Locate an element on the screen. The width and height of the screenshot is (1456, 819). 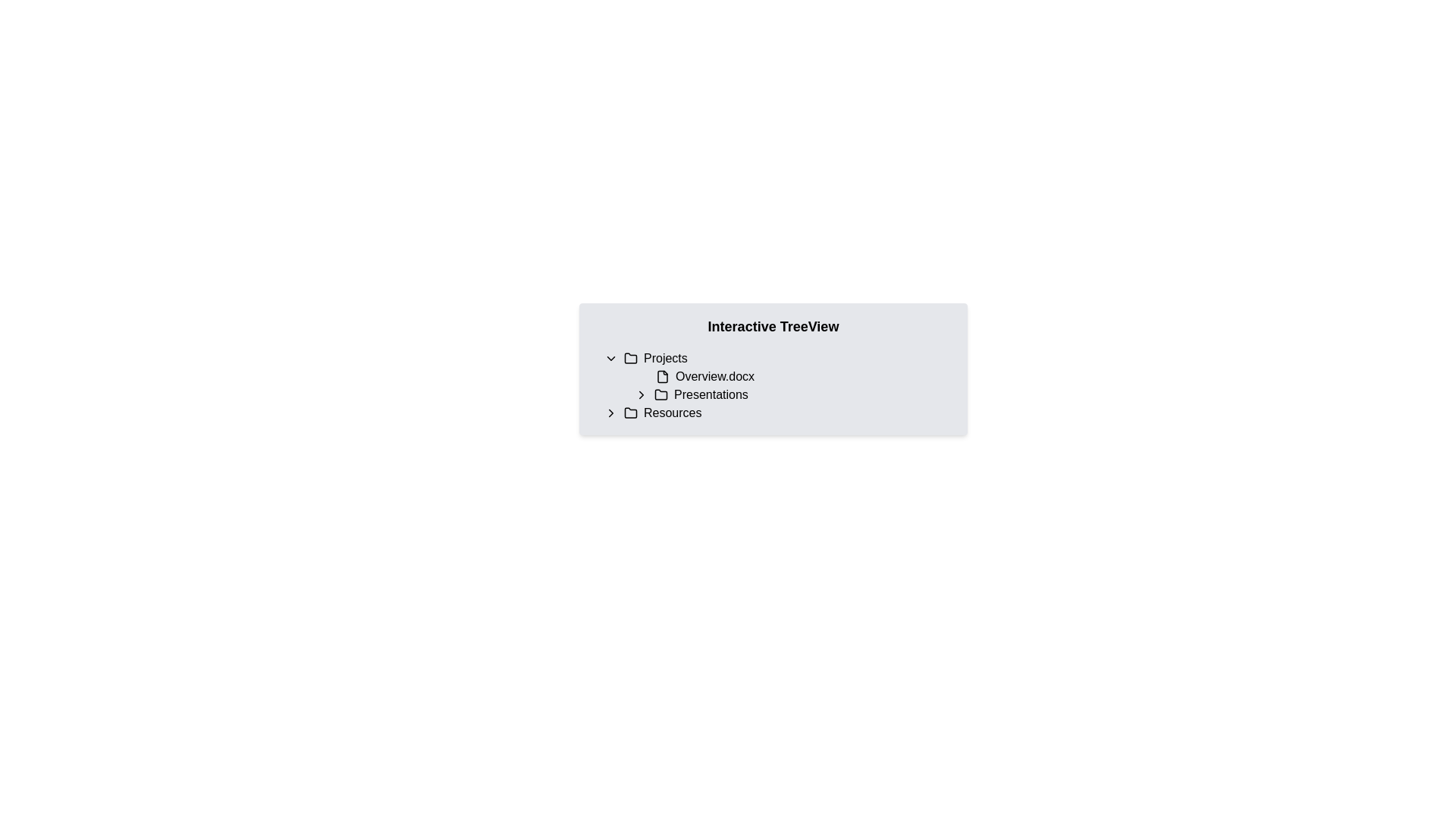
the text label indicating the name of a folder in the tree view interface, positioned between a folder icon and a chevron indicator is located at coordinates (665, 359).